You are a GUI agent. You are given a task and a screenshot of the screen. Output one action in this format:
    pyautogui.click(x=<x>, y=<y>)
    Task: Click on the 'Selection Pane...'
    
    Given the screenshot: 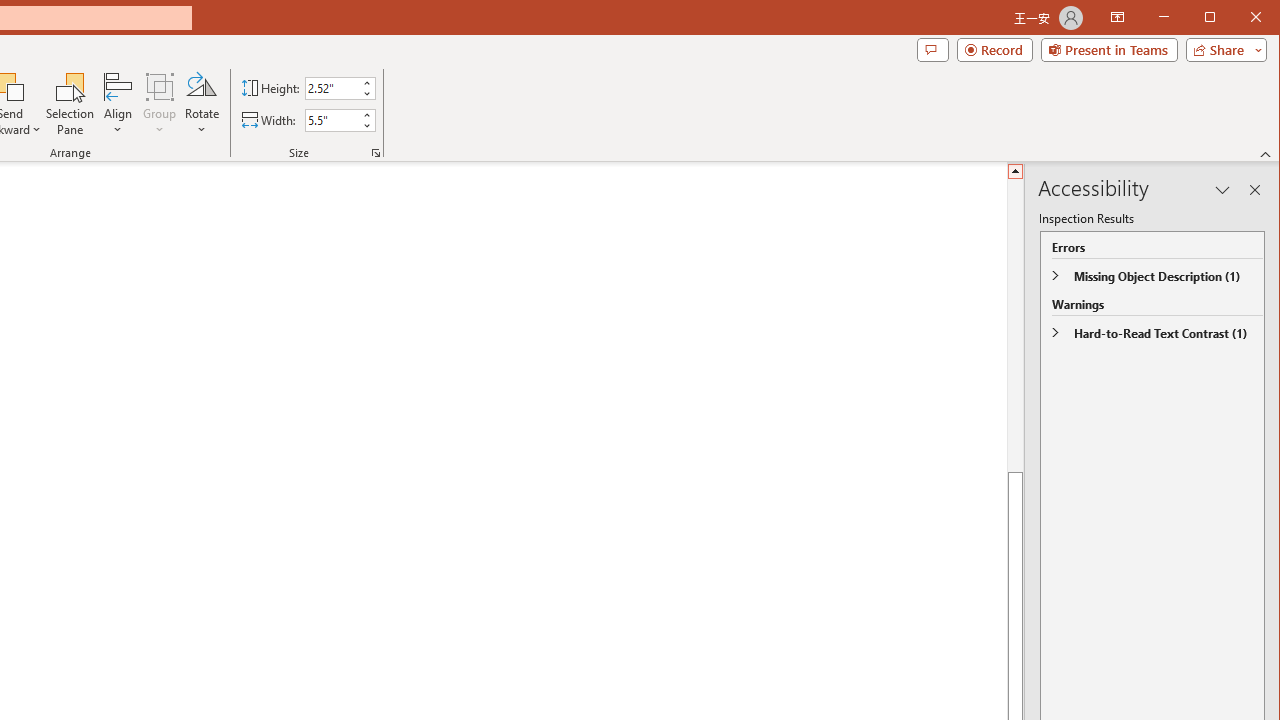 What is the action you would take?
    pyautogui.click(x=70, y=104)
    